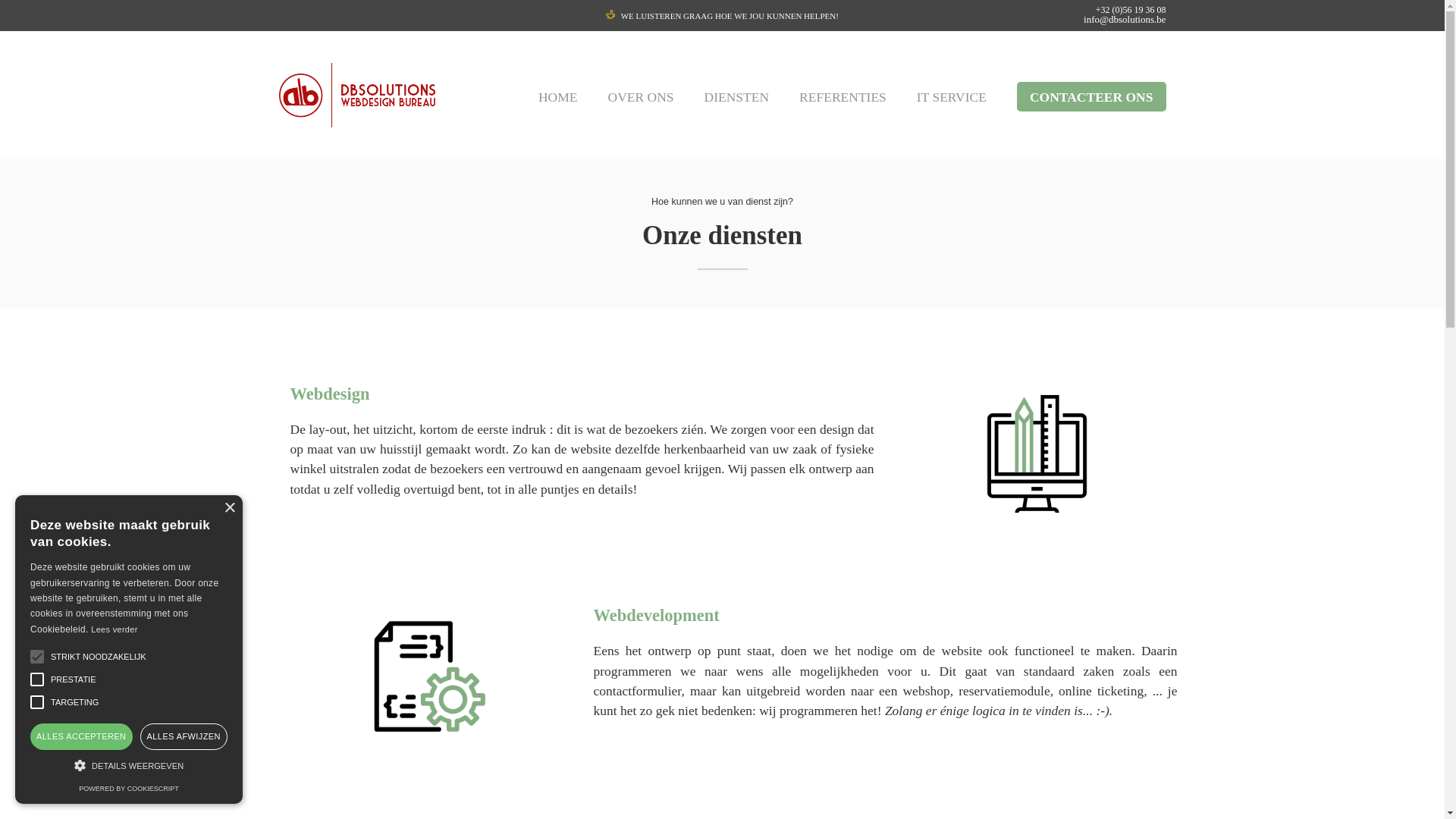 The height and width of the screenshot is (819, 1456). What do you see at coordinates (113, 629) in the screenshot?
I see `'Lees verder'` at bounding box center [113, 629].